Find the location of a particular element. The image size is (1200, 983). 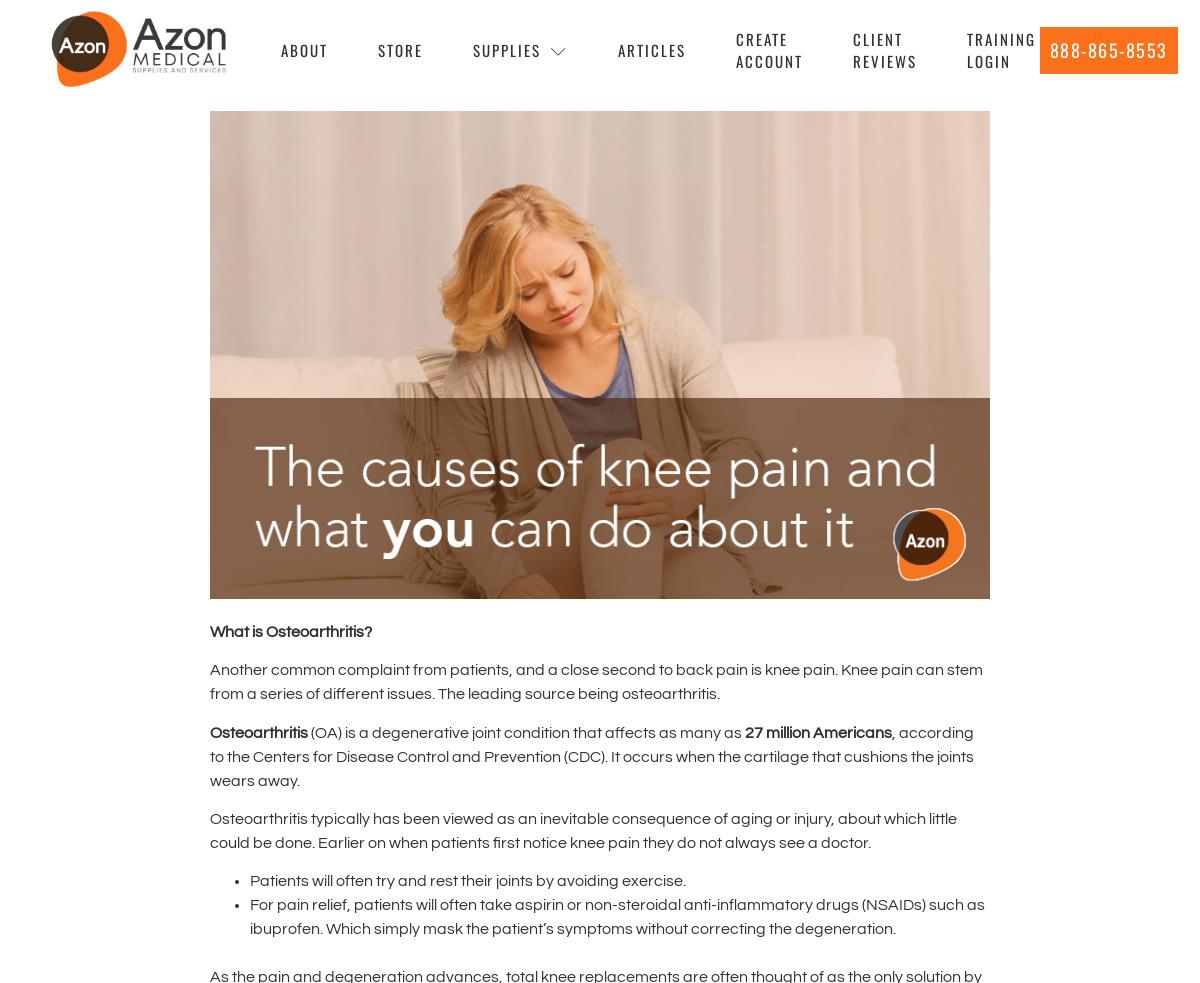

'For pain relief, patients will often take aspirin or non-steroidal anti-inflammatory drugs (NSAIDs) such as ibuprofen. Which simply mask the patient’s symptoms without correcting the degeneration.' is located at coordinates (617, 917).